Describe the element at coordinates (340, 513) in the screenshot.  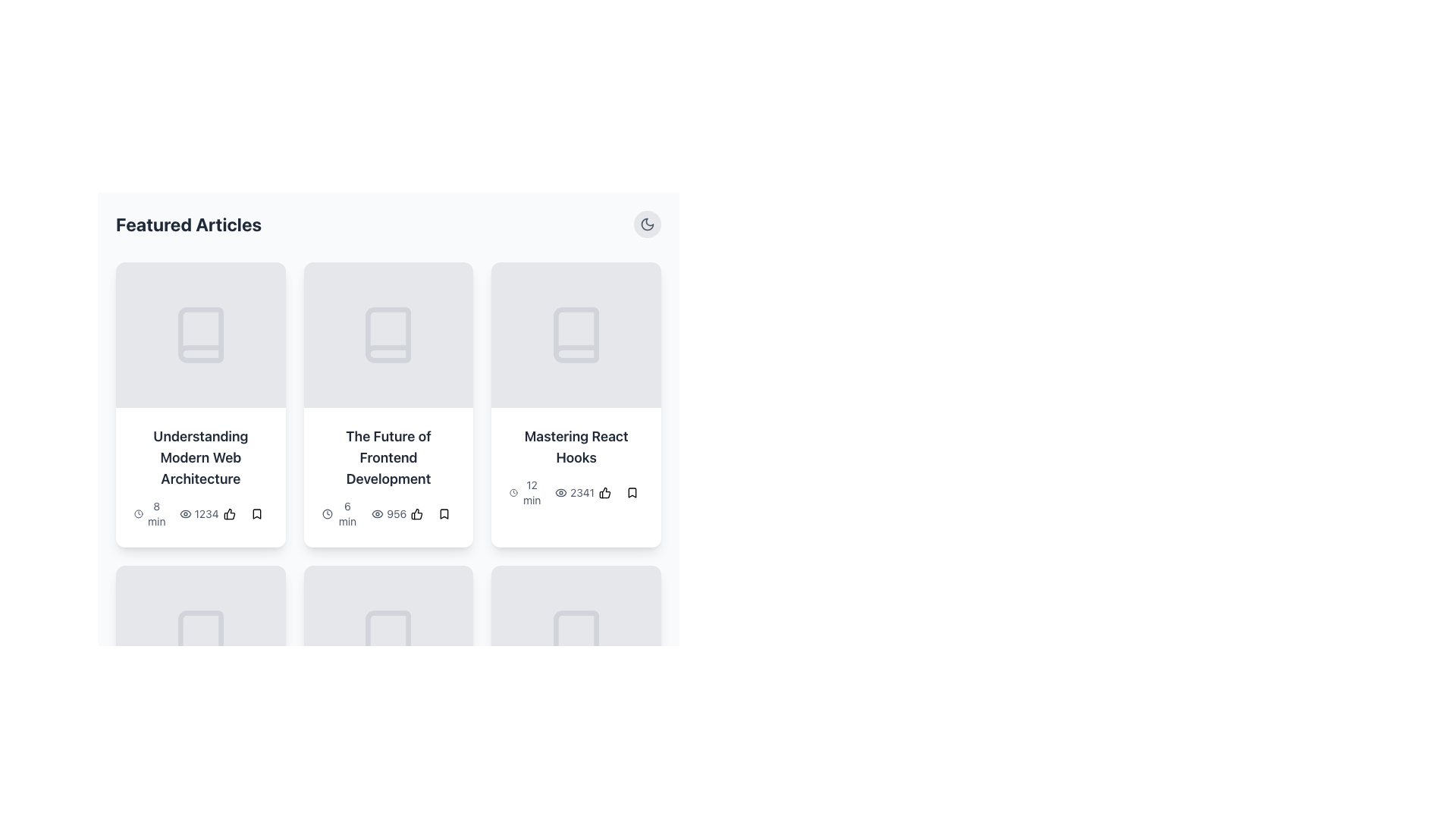
I see `the Informational Label that indicates the estimated reading time for the article, located in the bottom-left section of the second card in the 'Featured Articles' grid` at that location.